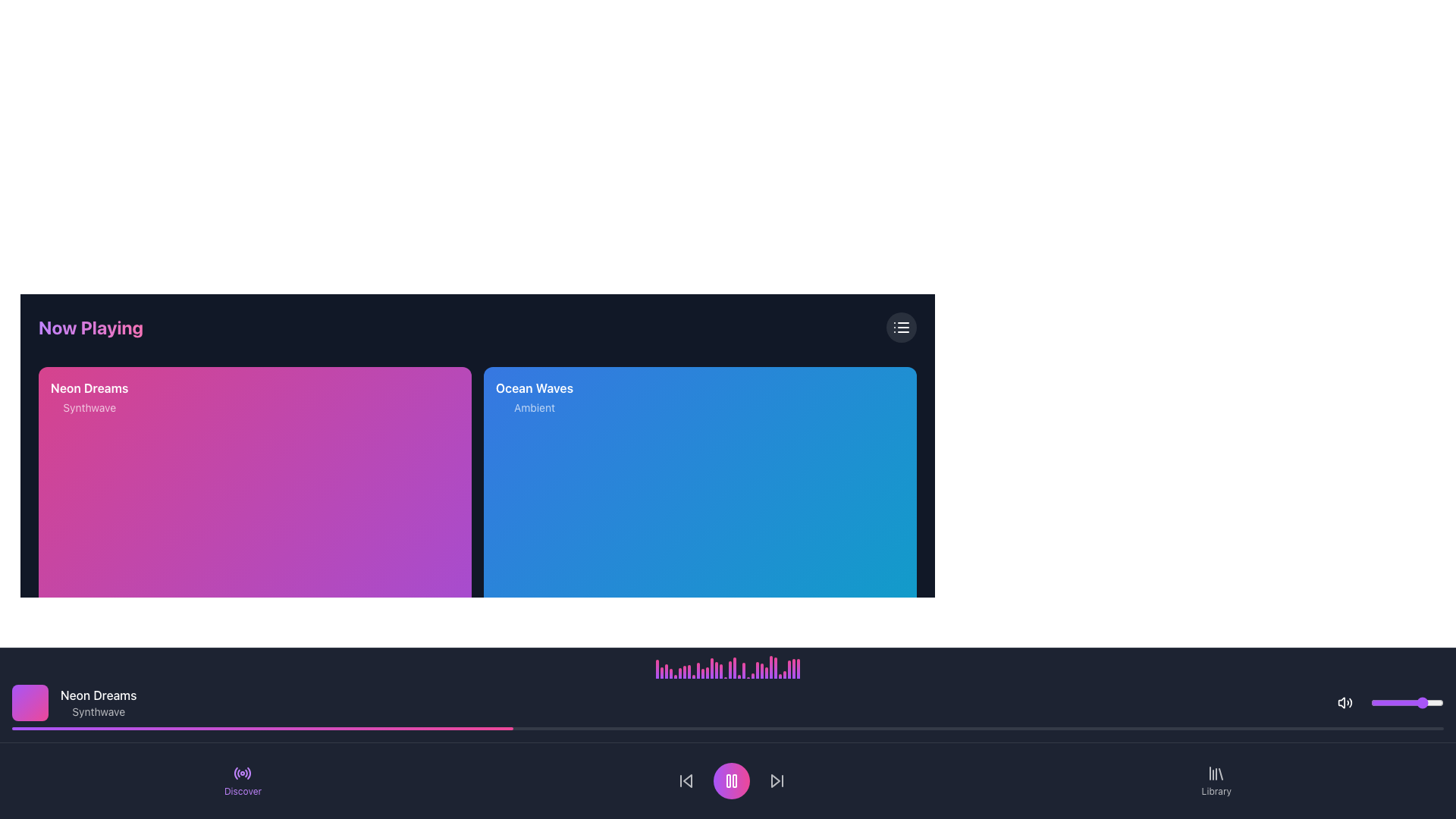 The image size is (1456, 819). I want to click on the height changes of the first vertical bar in the visual audio equalizer, which features a gradient from purple to pink and has a rounded top edge, so click(657, 667).